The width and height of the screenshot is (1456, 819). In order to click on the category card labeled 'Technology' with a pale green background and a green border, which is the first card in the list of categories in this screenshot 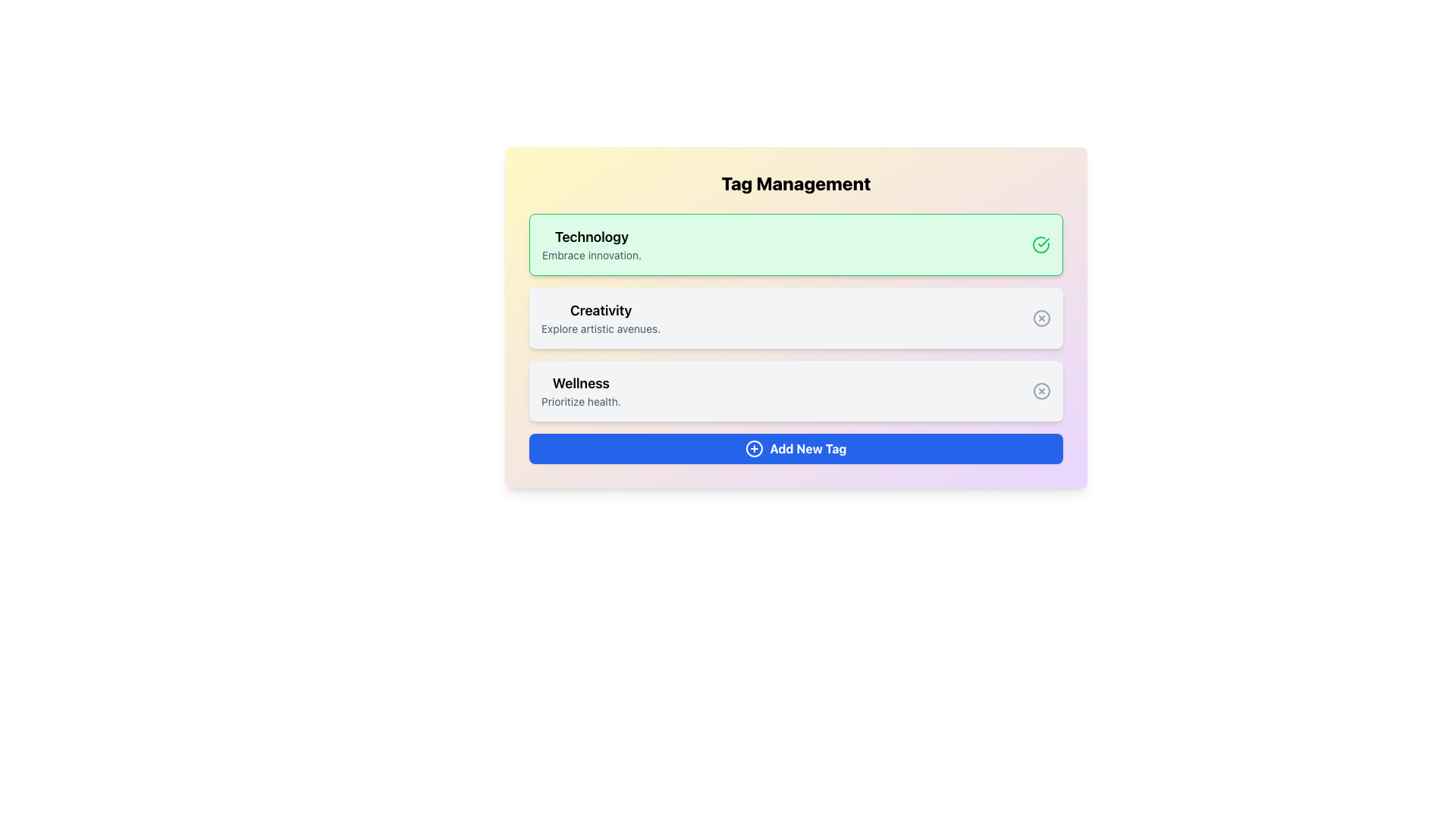, I will do `click(795, 244)`.